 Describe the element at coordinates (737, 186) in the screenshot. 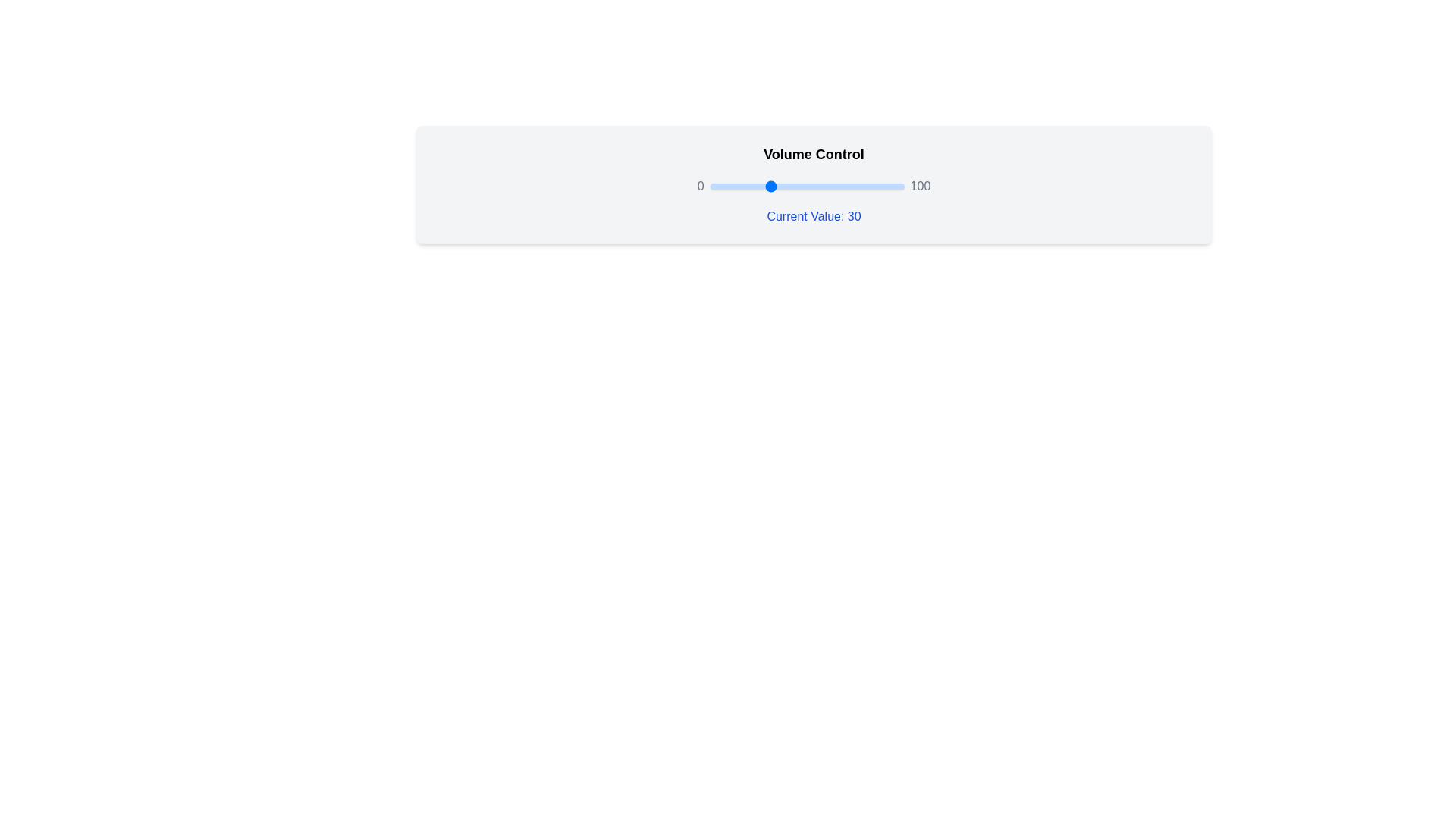

I see `the slider to set the volume to 14` at that location.